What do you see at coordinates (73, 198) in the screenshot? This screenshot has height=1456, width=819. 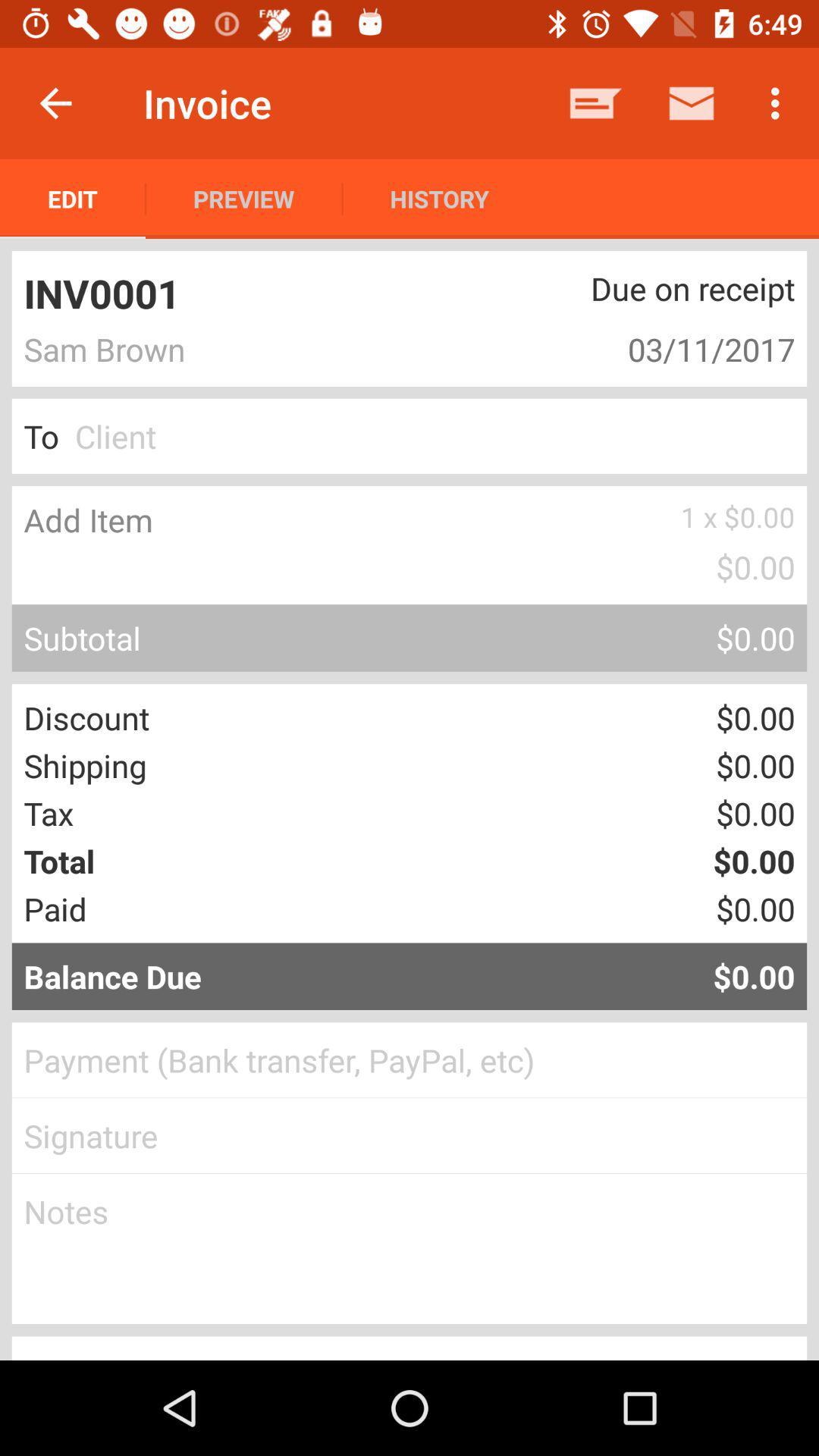 I see `the edit` at bounding box center [73, 198].